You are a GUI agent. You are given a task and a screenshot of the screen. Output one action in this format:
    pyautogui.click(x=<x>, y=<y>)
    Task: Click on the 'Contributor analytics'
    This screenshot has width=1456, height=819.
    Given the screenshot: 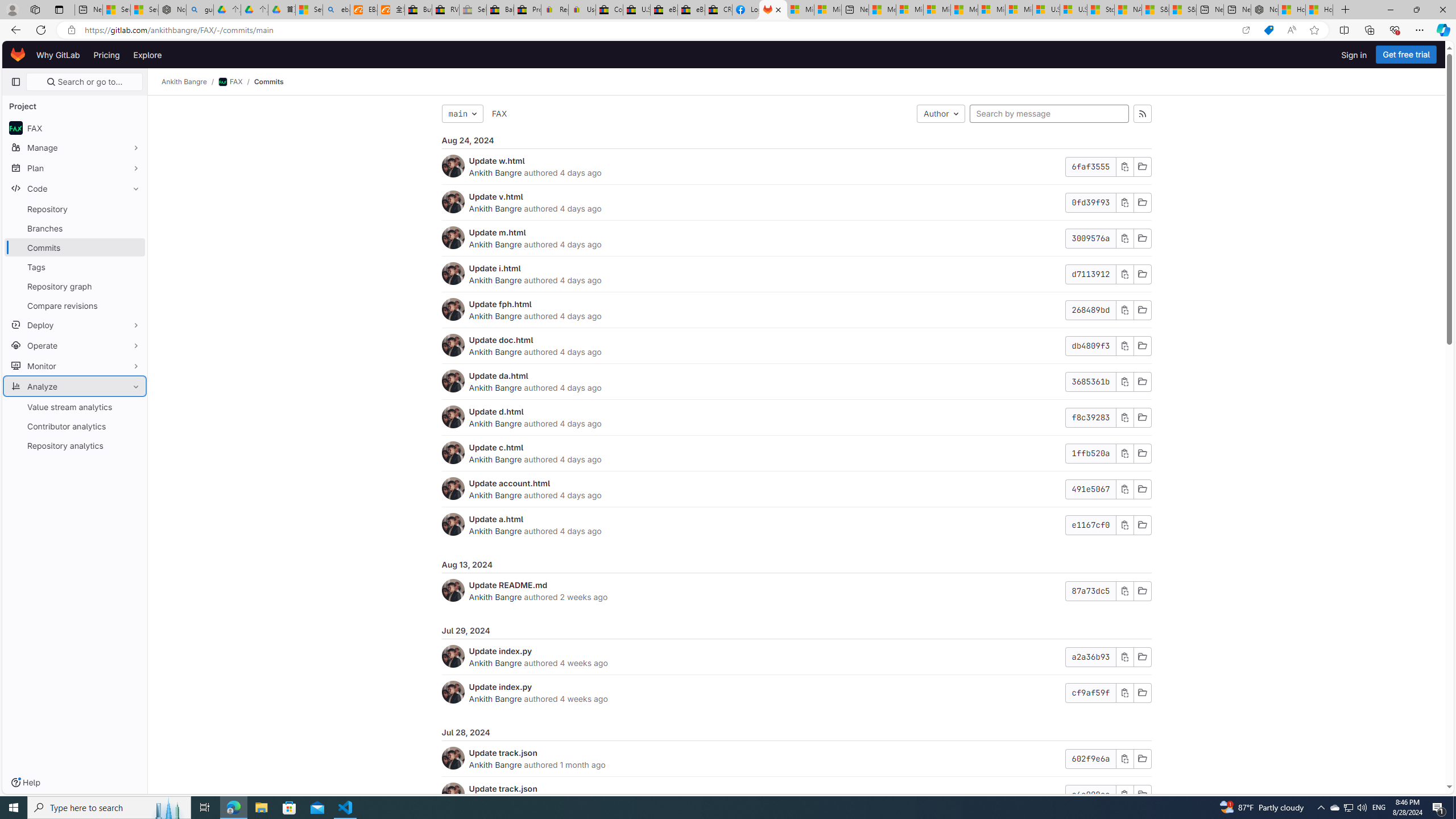 What is the action you would take?
    pyautogui.click(x=74, y=425)
    